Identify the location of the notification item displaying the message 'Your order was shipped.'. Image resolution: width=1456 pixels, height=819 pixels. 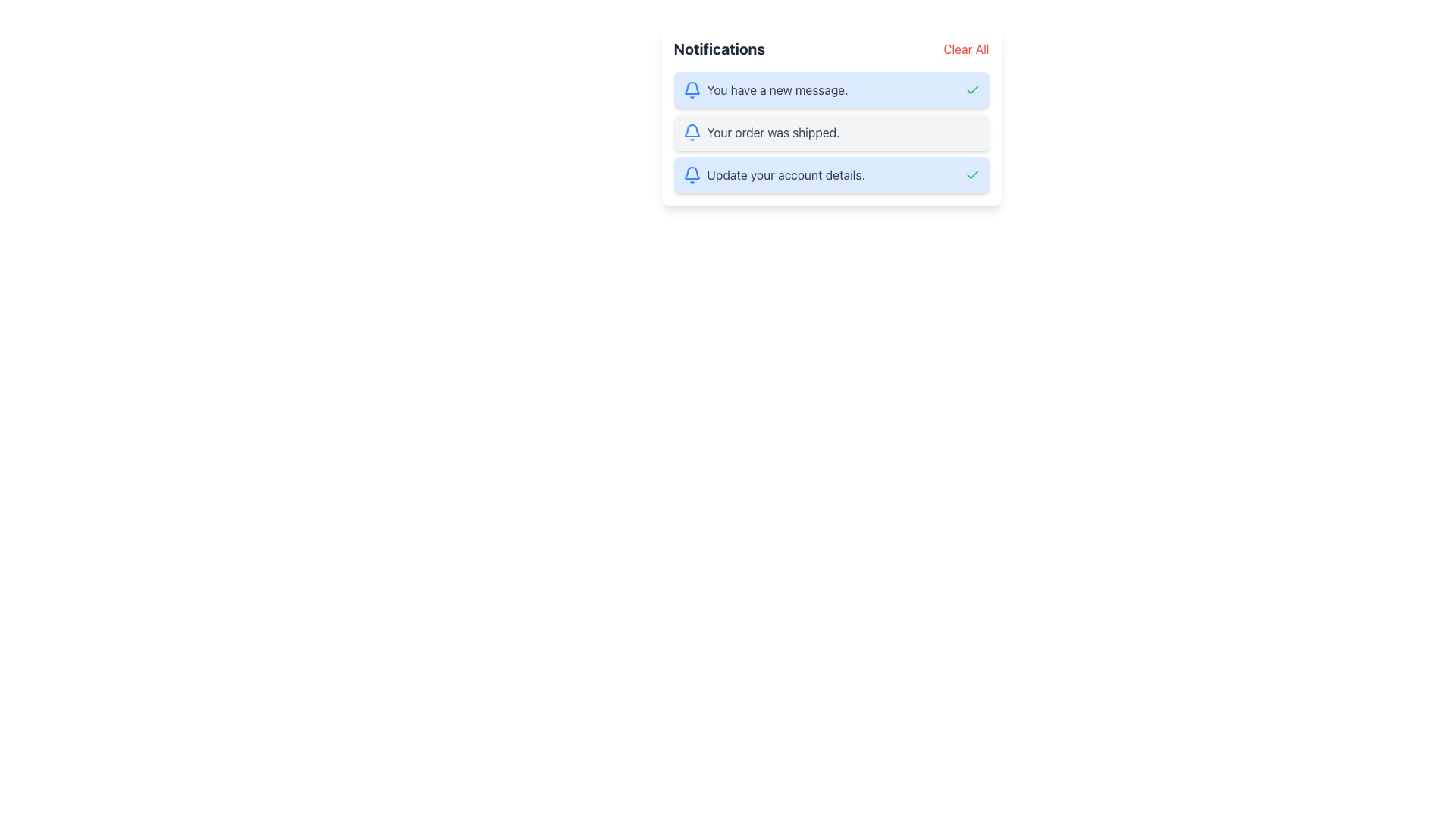
(830, 115).